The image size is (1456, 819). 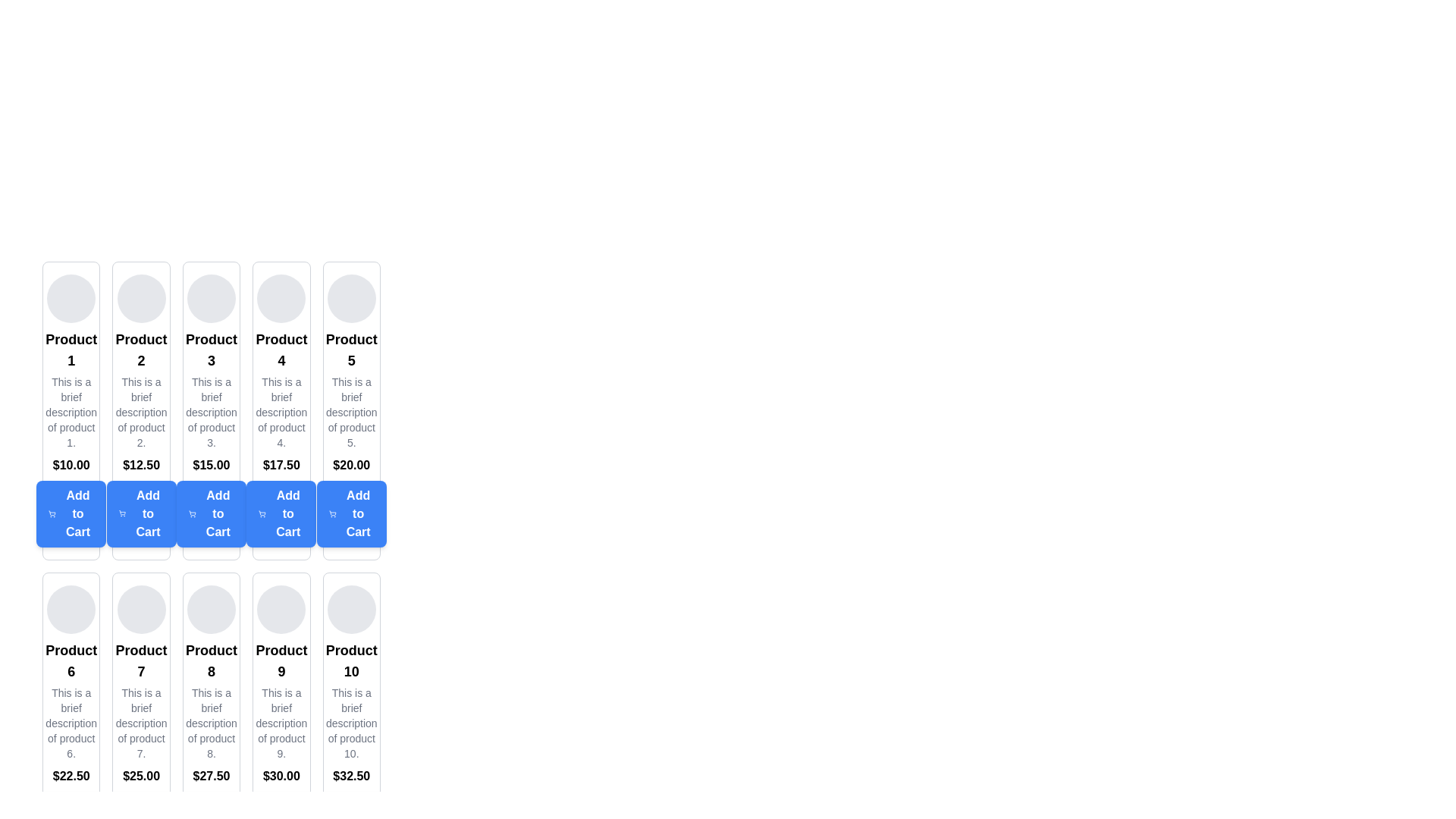 I want to click on the small shopping cart icon within the 'Add to Cart' button for Product 2, located at the bottom of the card in the product grid, so click(x=122, y=513).